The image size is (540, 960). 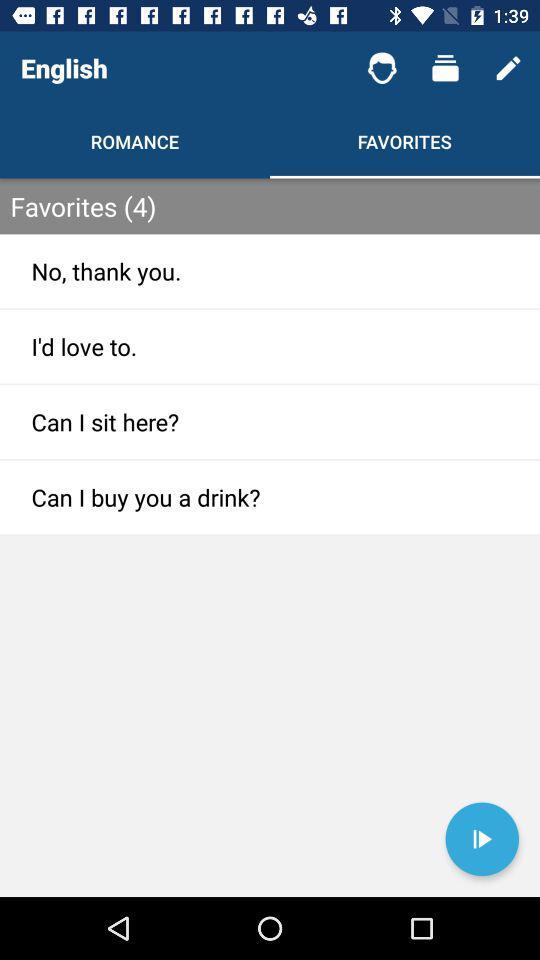 What do you see at coordinates (481, 839) in the screenshot?
I see `because back devicer` at bounding box center [481, 839].